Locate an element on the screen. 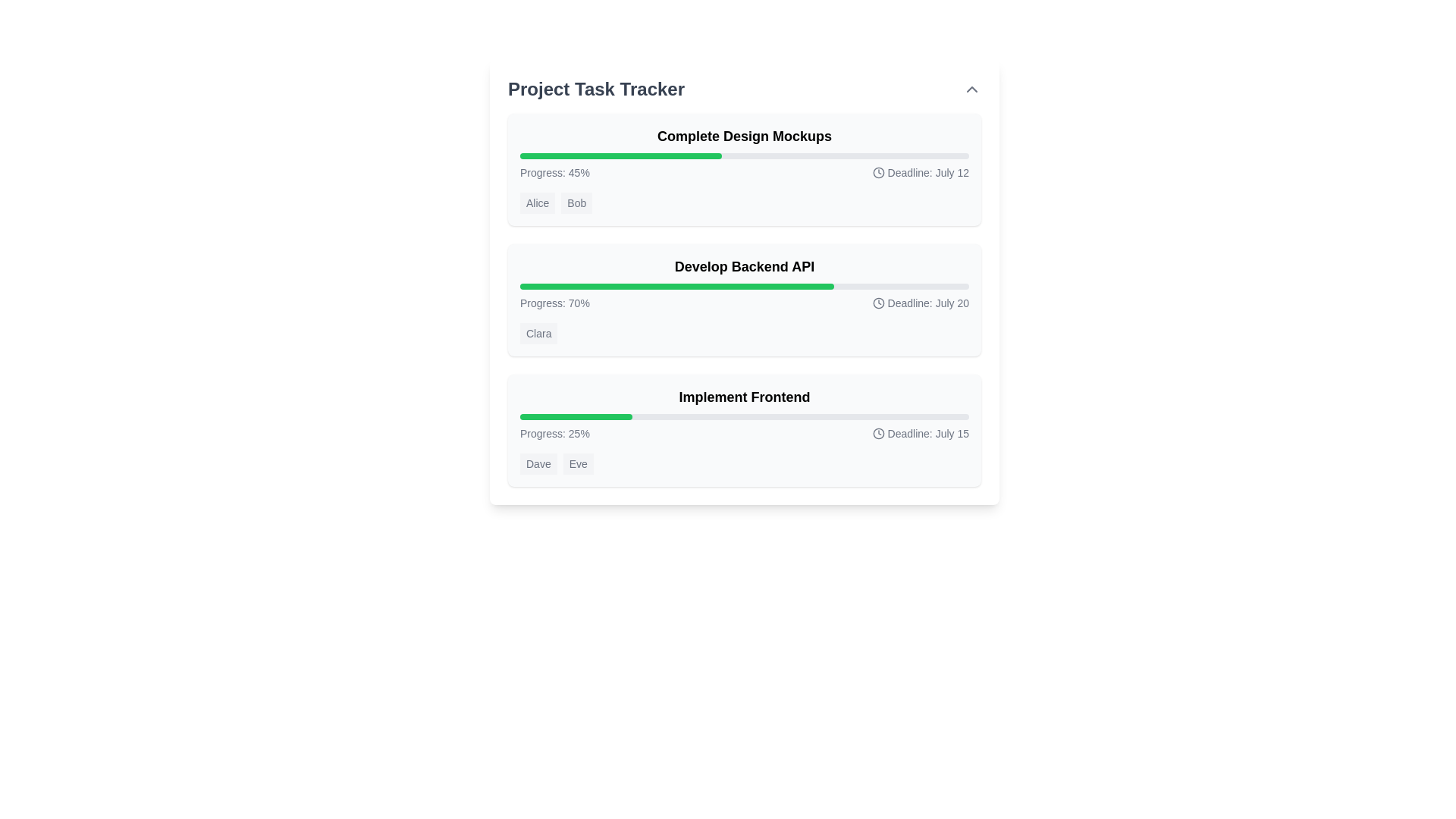 The width and height of the screenshot is (1456, 819). the Status indicator located in the 'Complete Design Mockups' section, which displays the progress percentage and deadline for a task, positioned below the progress bar and above the contributors 'Alice' and 'Bob' is located at coordinates (745, 171).